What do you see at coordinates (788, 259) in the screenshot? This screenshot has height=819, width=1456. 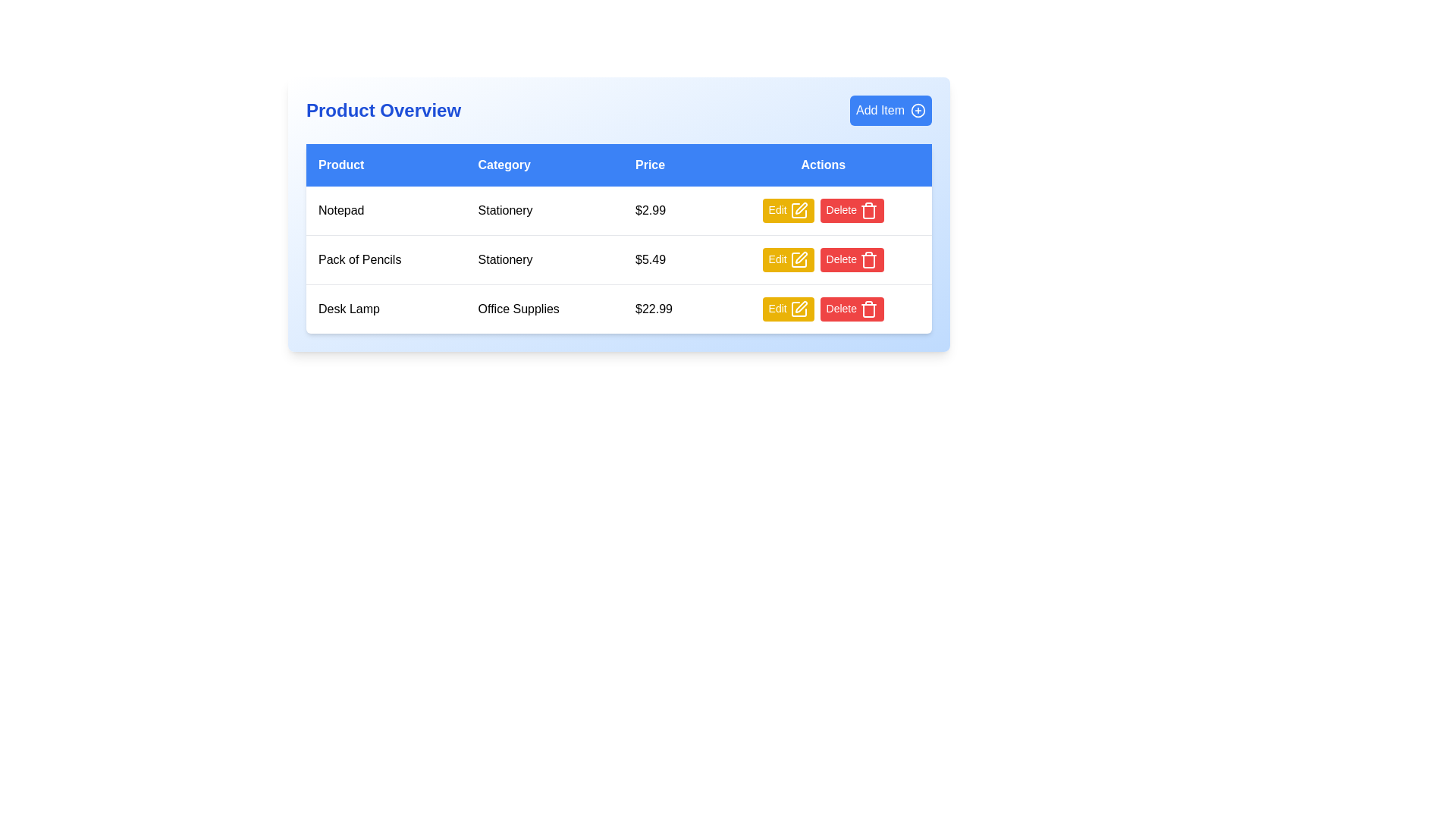 I see `the edit button located in the 'Actions' column of the second row in the table` at bounding box center [788, 259].